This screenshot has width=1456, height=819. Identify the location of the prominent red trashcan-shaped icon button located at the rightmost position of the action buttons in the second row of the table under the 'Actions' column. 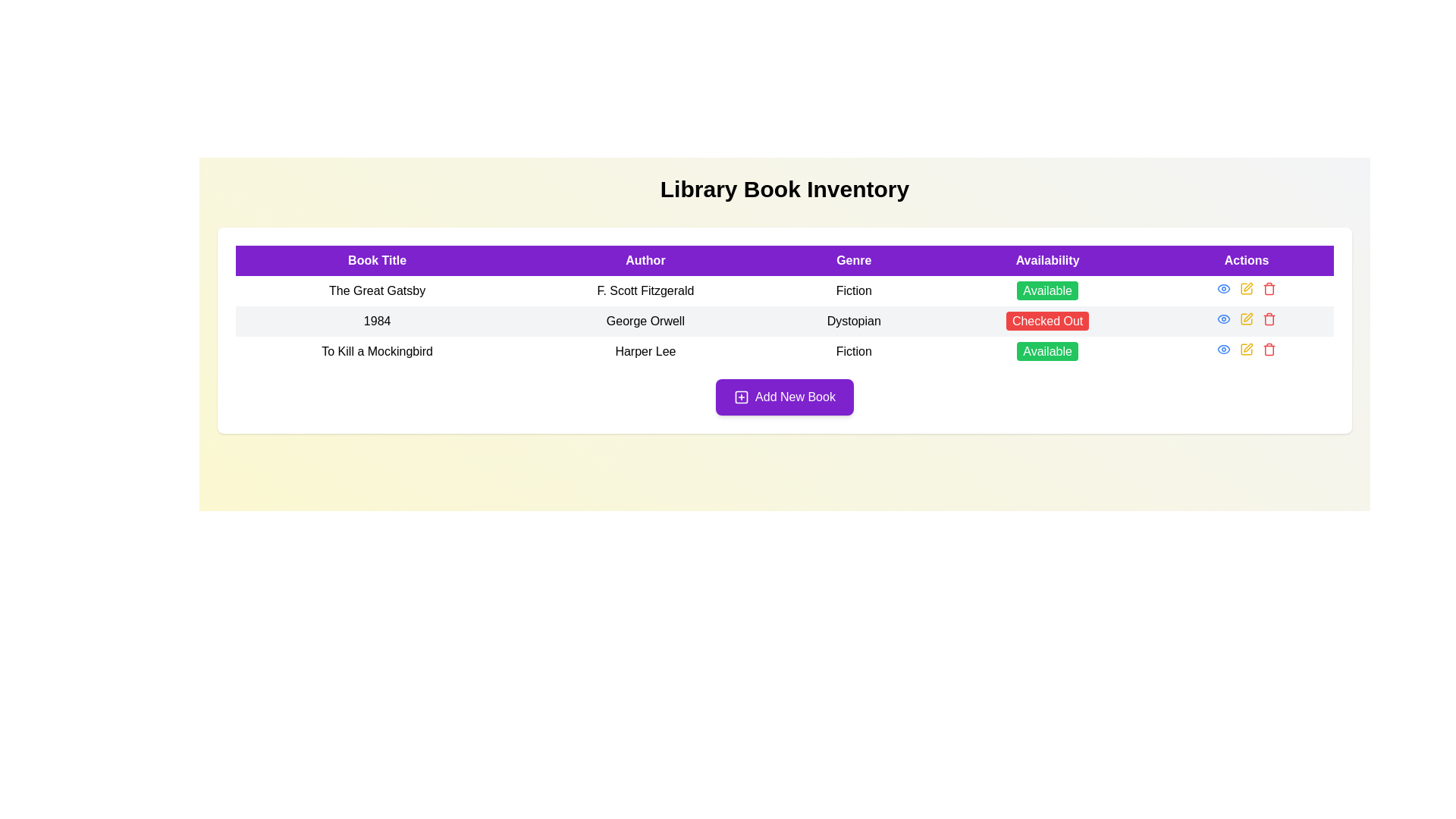
(1269, 318).